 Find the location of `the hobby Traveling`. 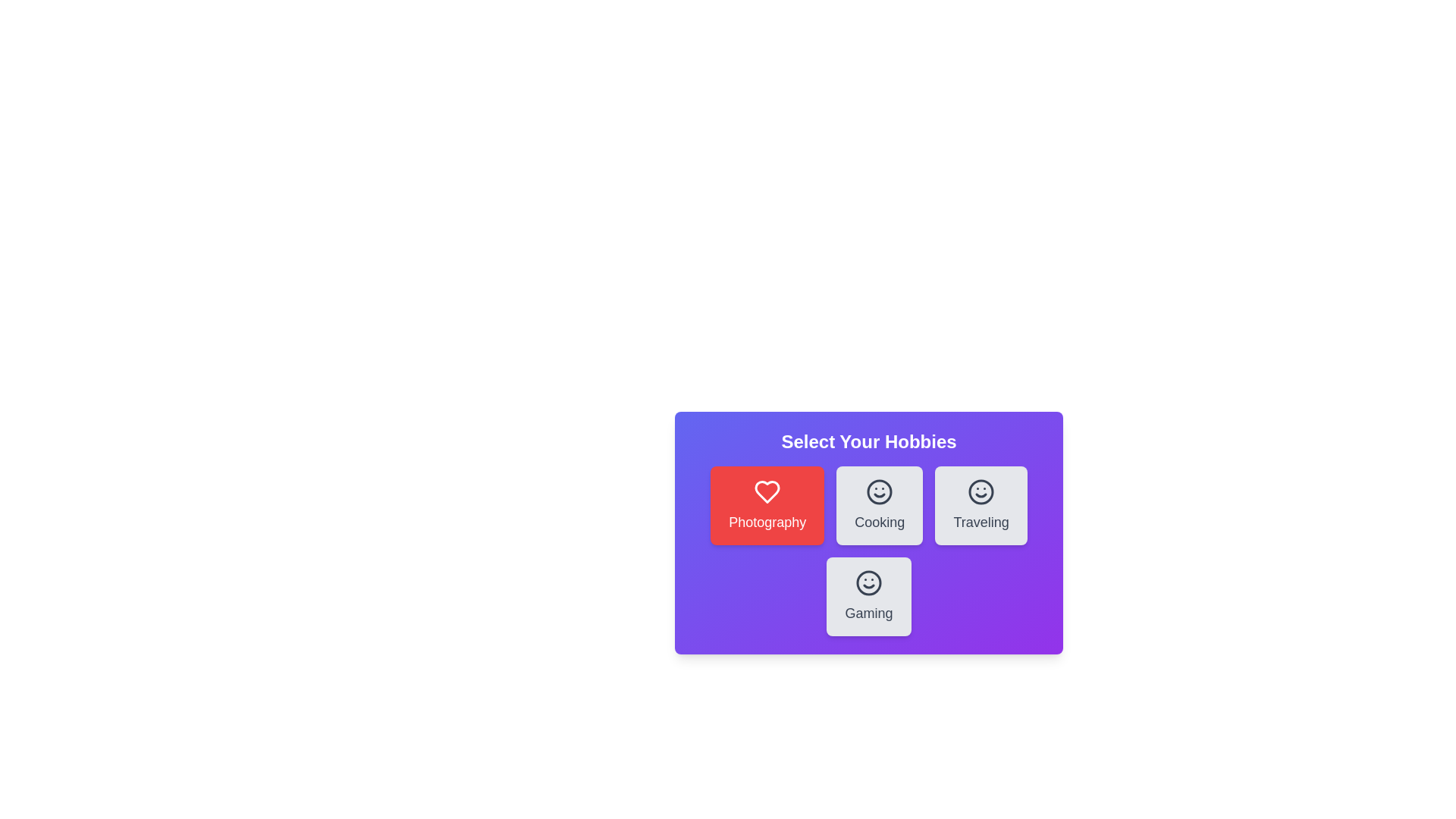

the hobby Traveling is located at coordinates (981, 506).